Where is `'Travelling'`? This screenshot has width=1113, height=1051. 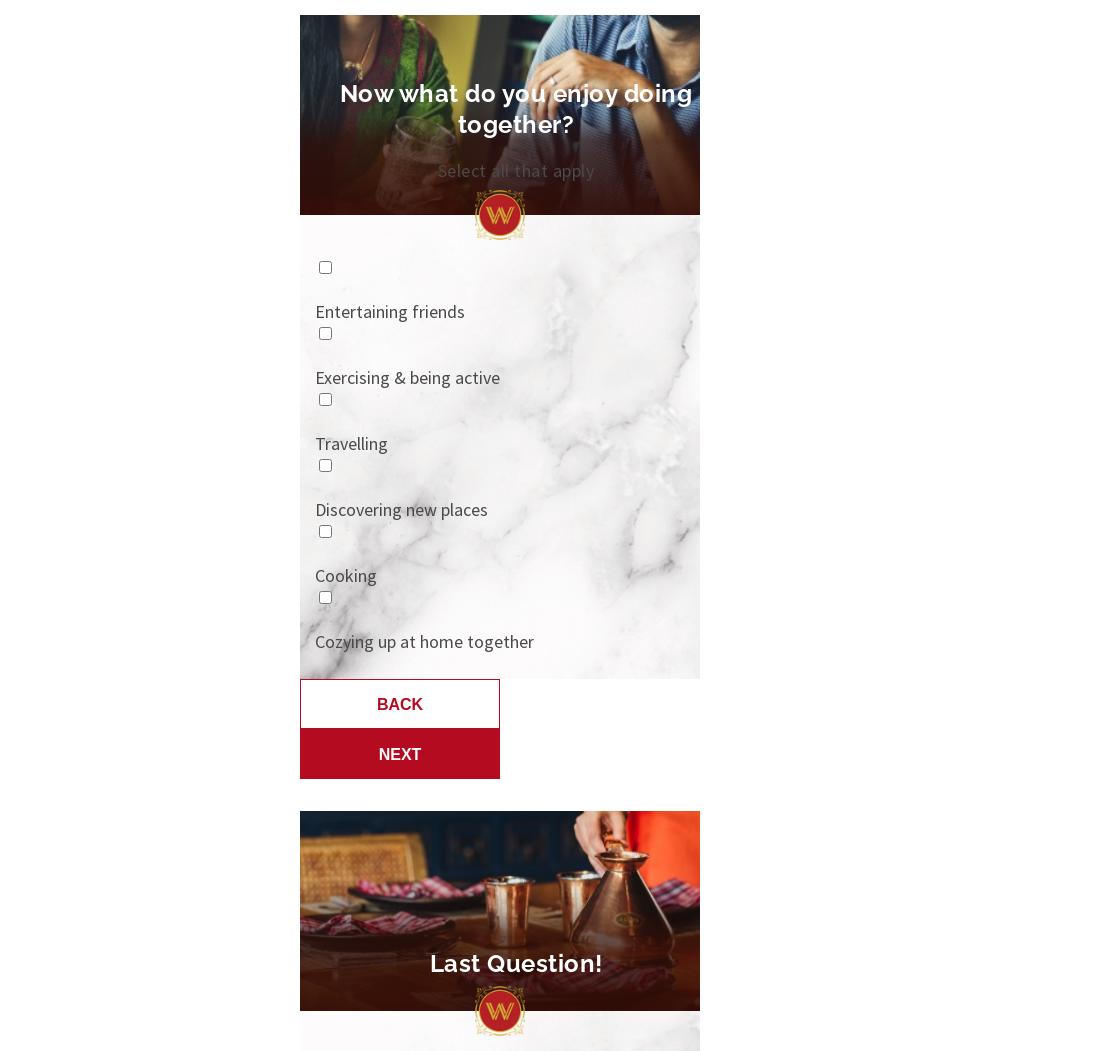 'Travelling' is located at coordinates (351, 443).